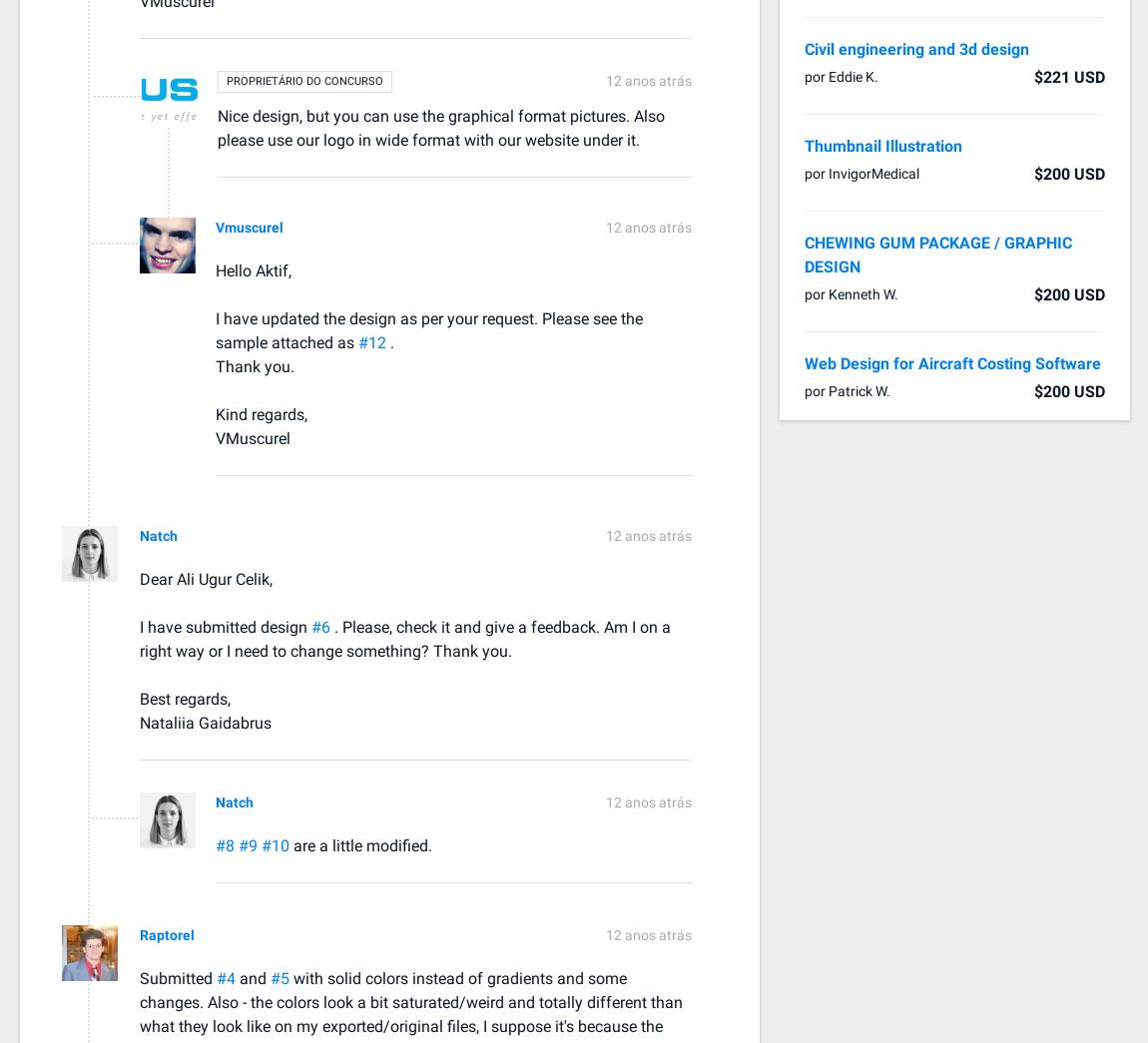 This screenshot has width=1148, height=1043. I want to click on 'Proprietário do Concurso', so click(226, 80).